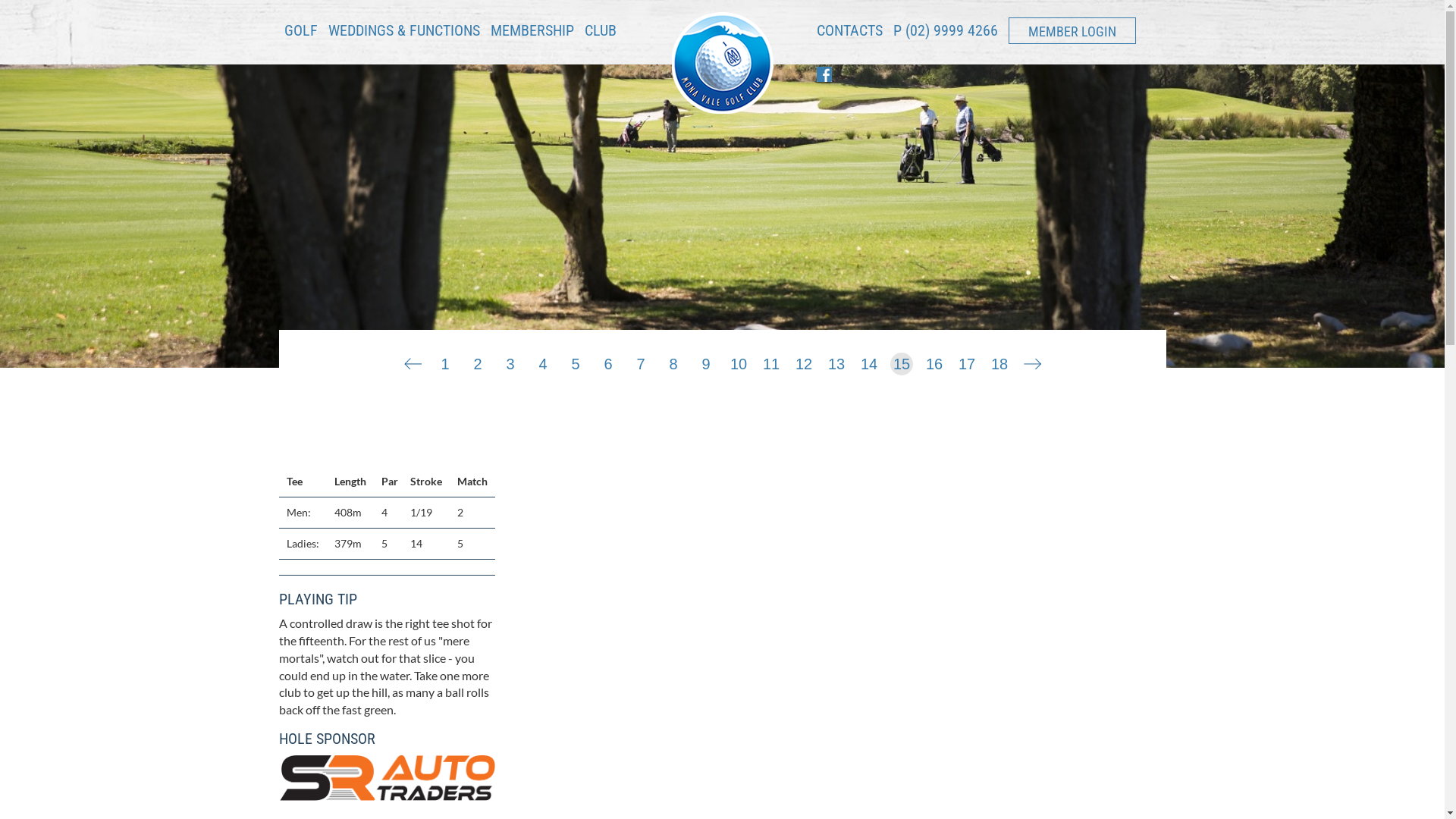  What do you see at coordinates (465, 360) in the screenshot?
I see `'2'` at bounding box center [465, 360].